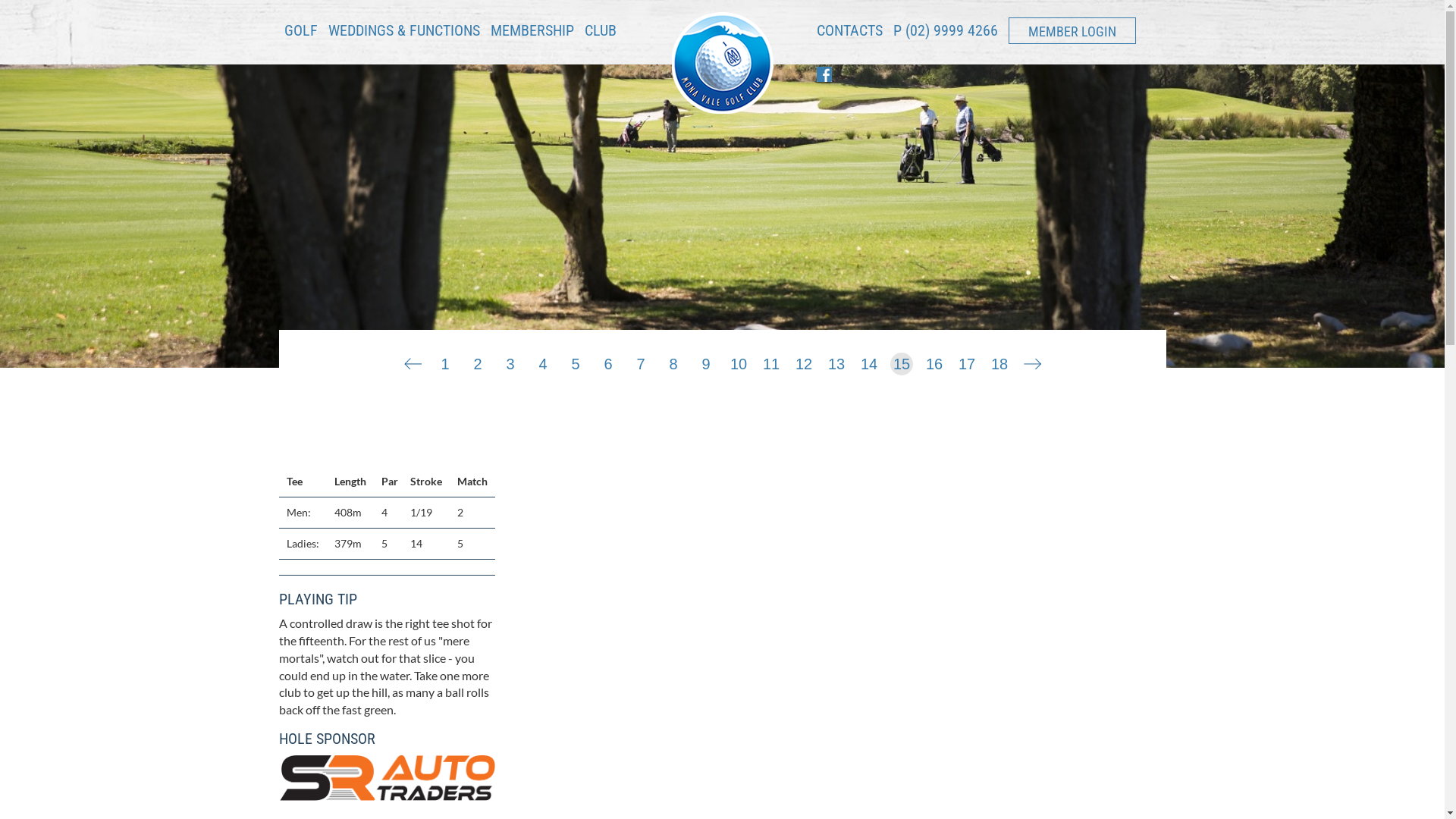  What do you see at coordinates (465, 360) in the screenshot?
I see `'2'` at bounding box center [465, 360].